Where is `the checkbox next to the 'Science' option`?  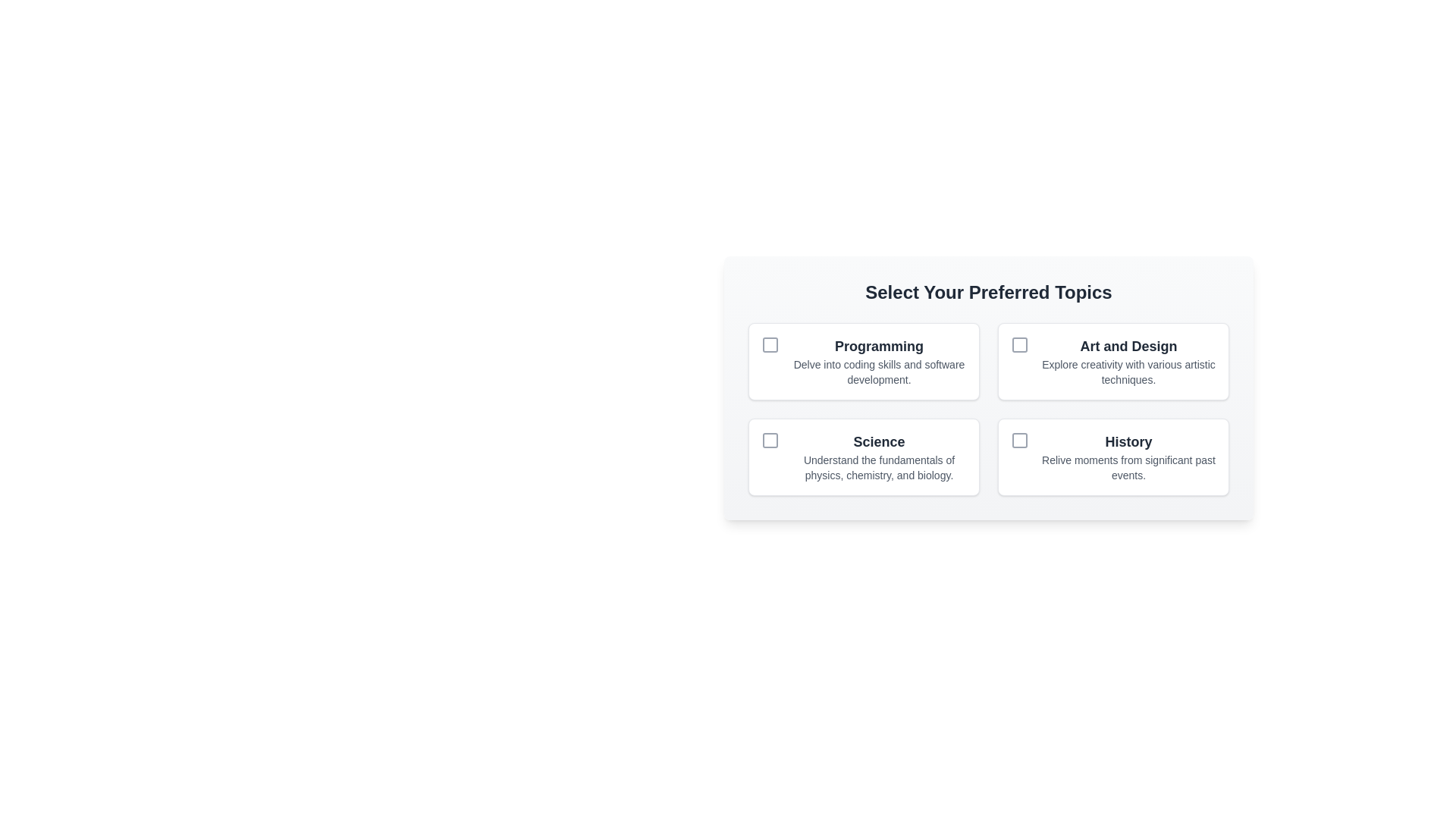 the checkbox next to the 'Science' option is located at coordinates (770, 441).